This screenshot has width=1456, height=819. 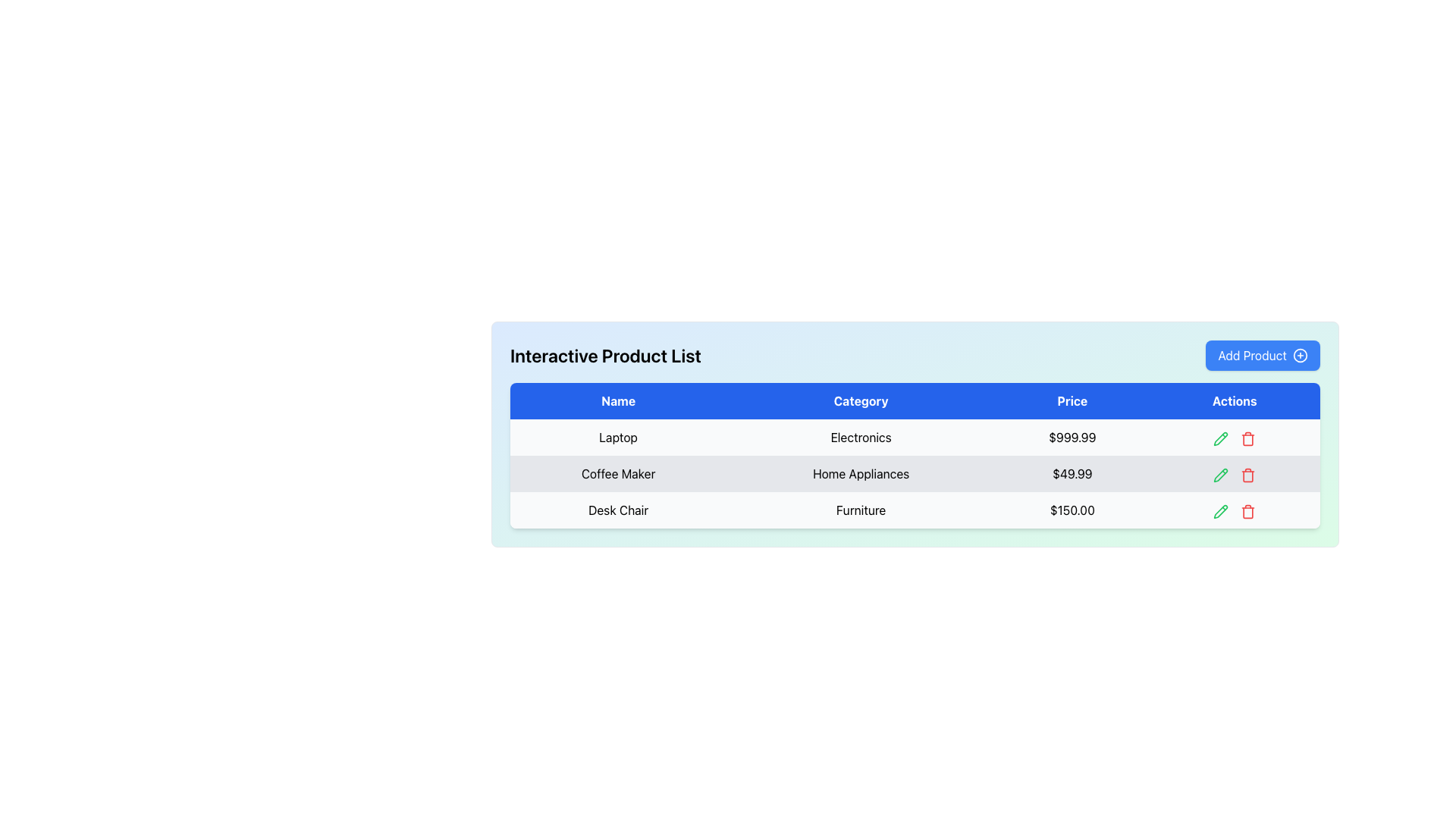 What do you see at coordinates (1263, 356) in the screenshot?
I see `the 'Add Product' button, which has rounded corners, a vibrant blue background, and contains white text aligned next to a circular plus icon, located at the top-right corner of the layout` at bounding box center [1263, 356].